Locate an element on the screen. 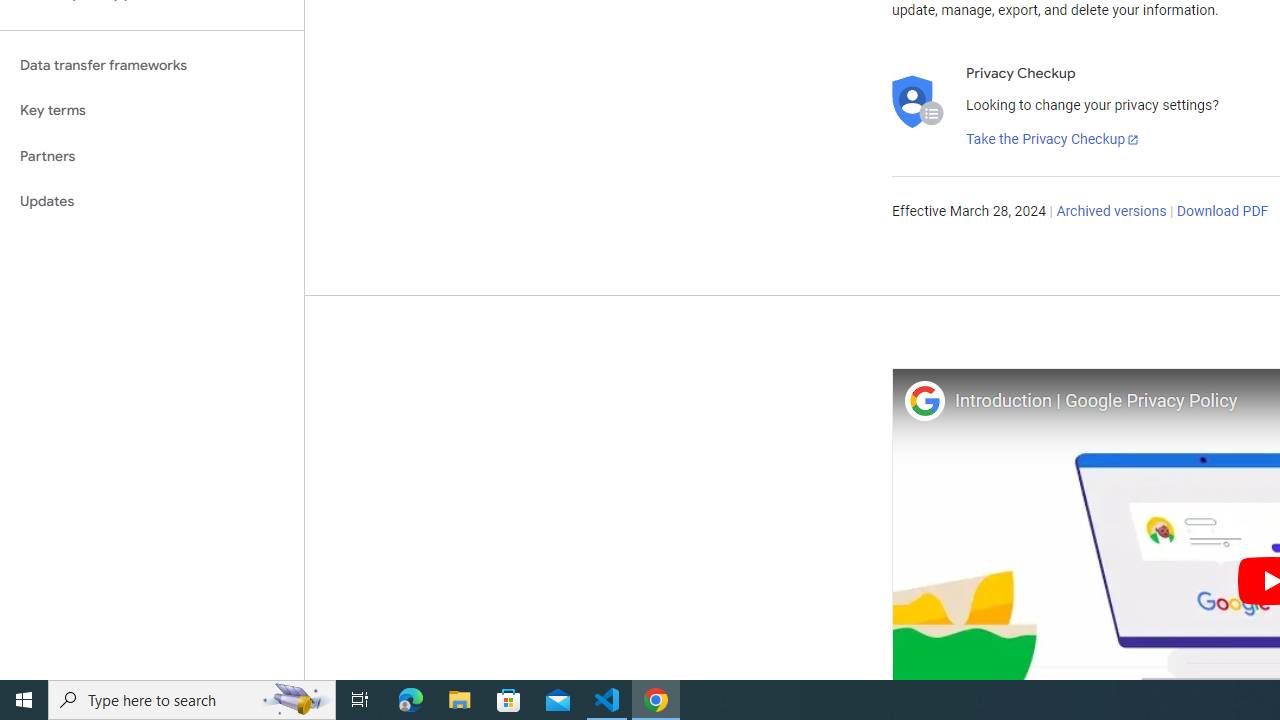 The width and height of the screenshot is (1280, 720). 'Updates' is located at coordinates (151, 201).